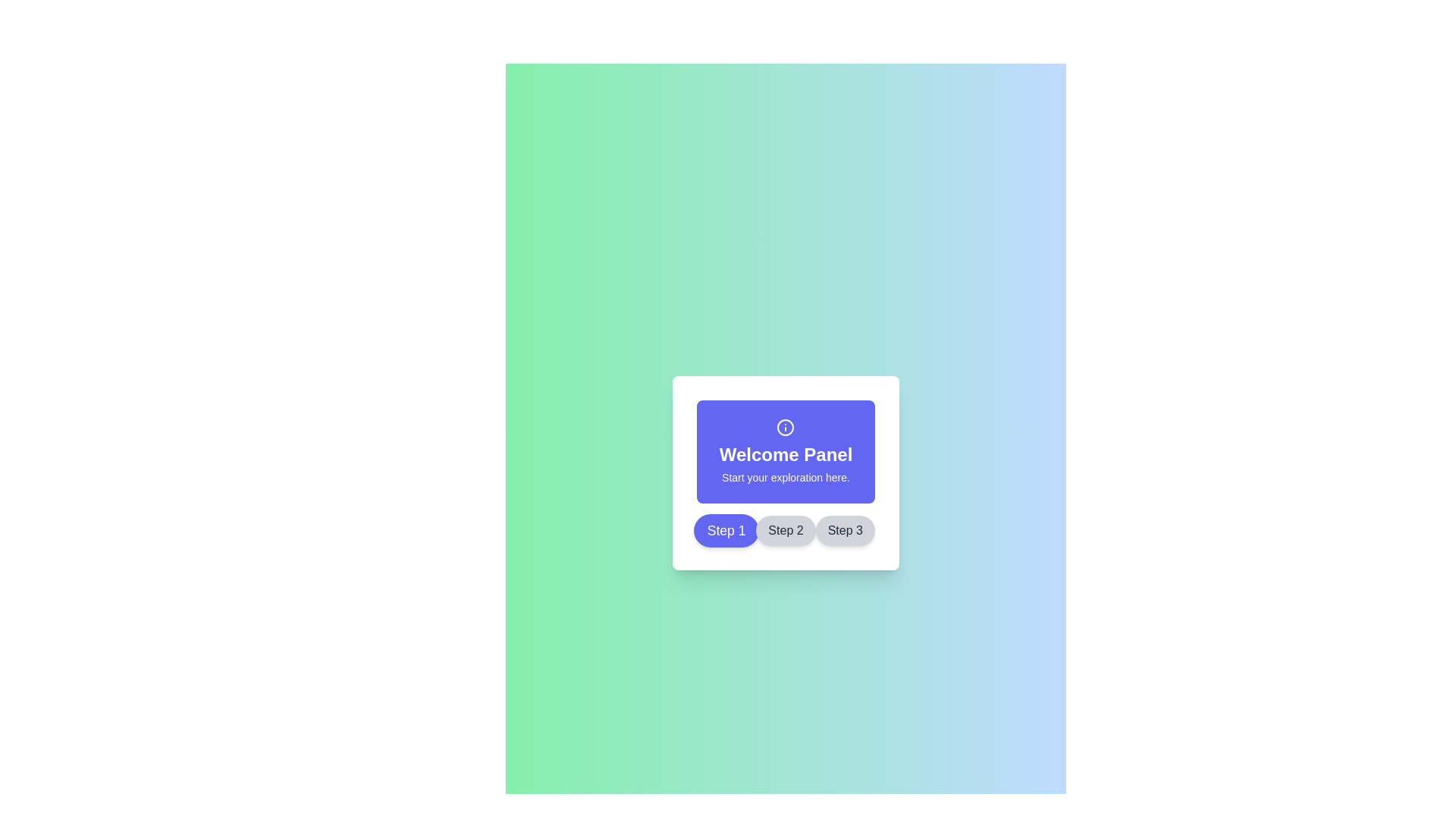 This screenshot has height=819, width=1456. Describe the element at coordinates (786, 427) in the screenshot. I see `the SVG Circle element that is centered within the graphical icon of the 'Welcome Panel' card` at that location.